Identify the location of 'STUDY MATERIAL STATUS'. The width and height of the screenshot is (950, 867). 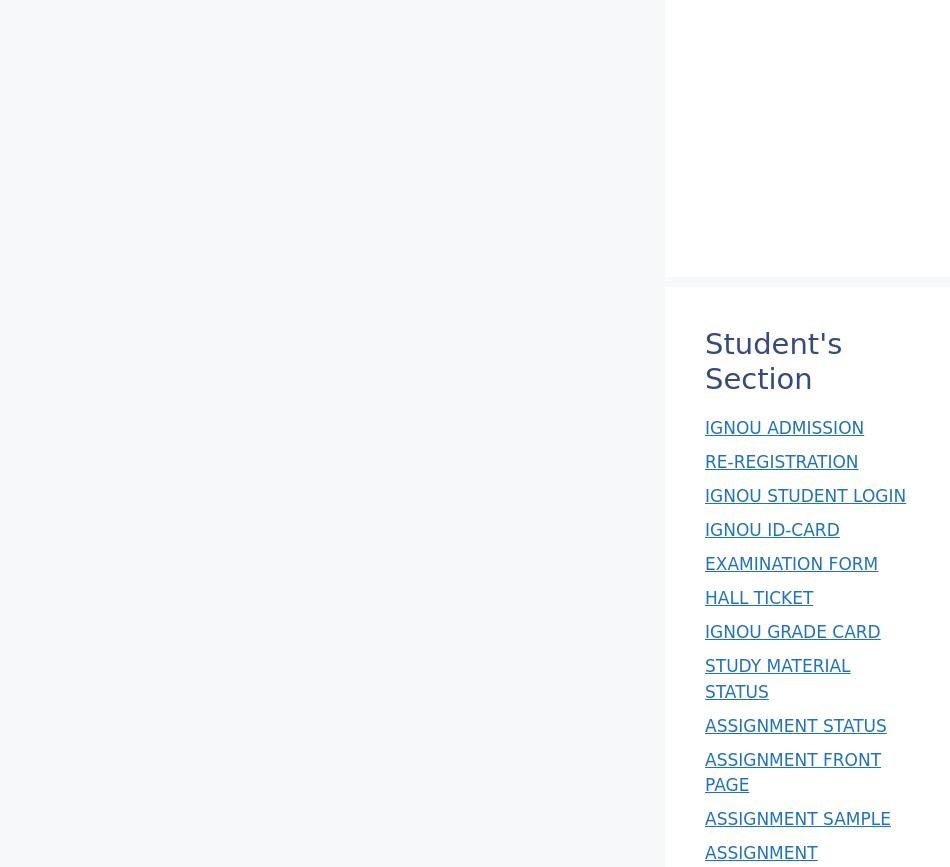
(776, 677).